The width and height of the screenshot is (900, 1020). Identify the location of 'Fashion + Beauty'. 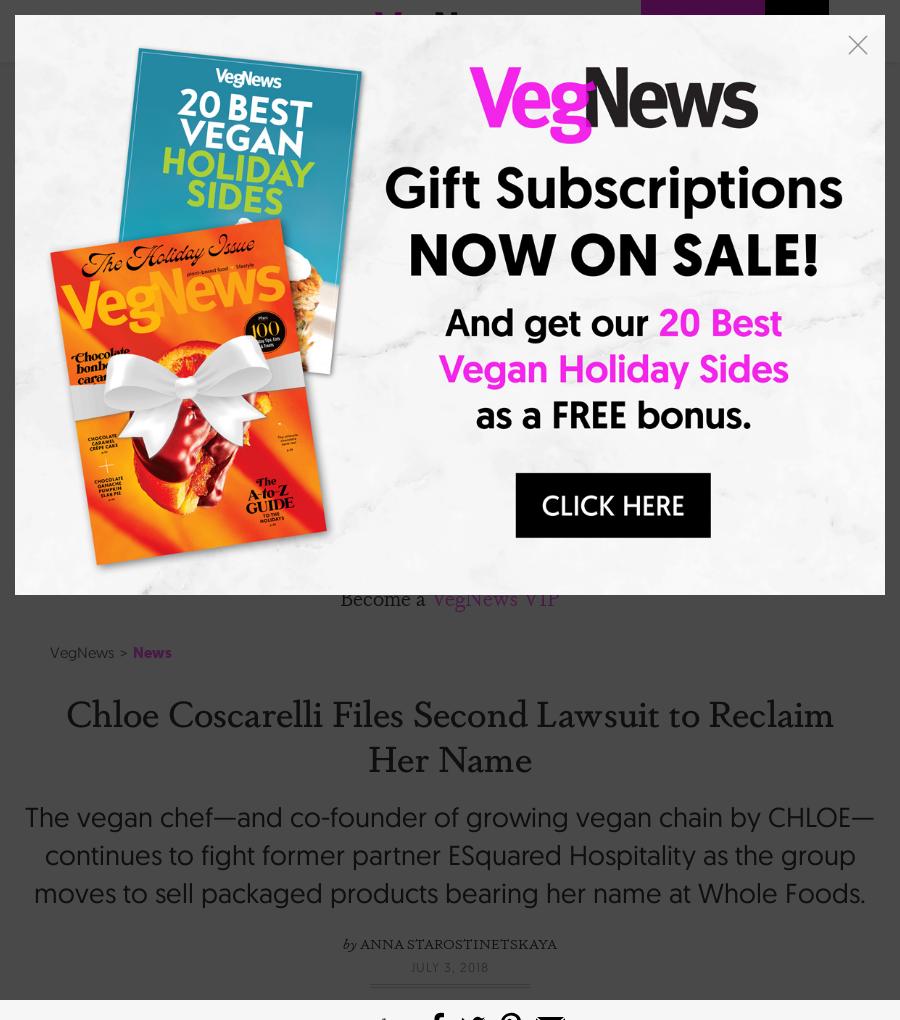
(408, 468).